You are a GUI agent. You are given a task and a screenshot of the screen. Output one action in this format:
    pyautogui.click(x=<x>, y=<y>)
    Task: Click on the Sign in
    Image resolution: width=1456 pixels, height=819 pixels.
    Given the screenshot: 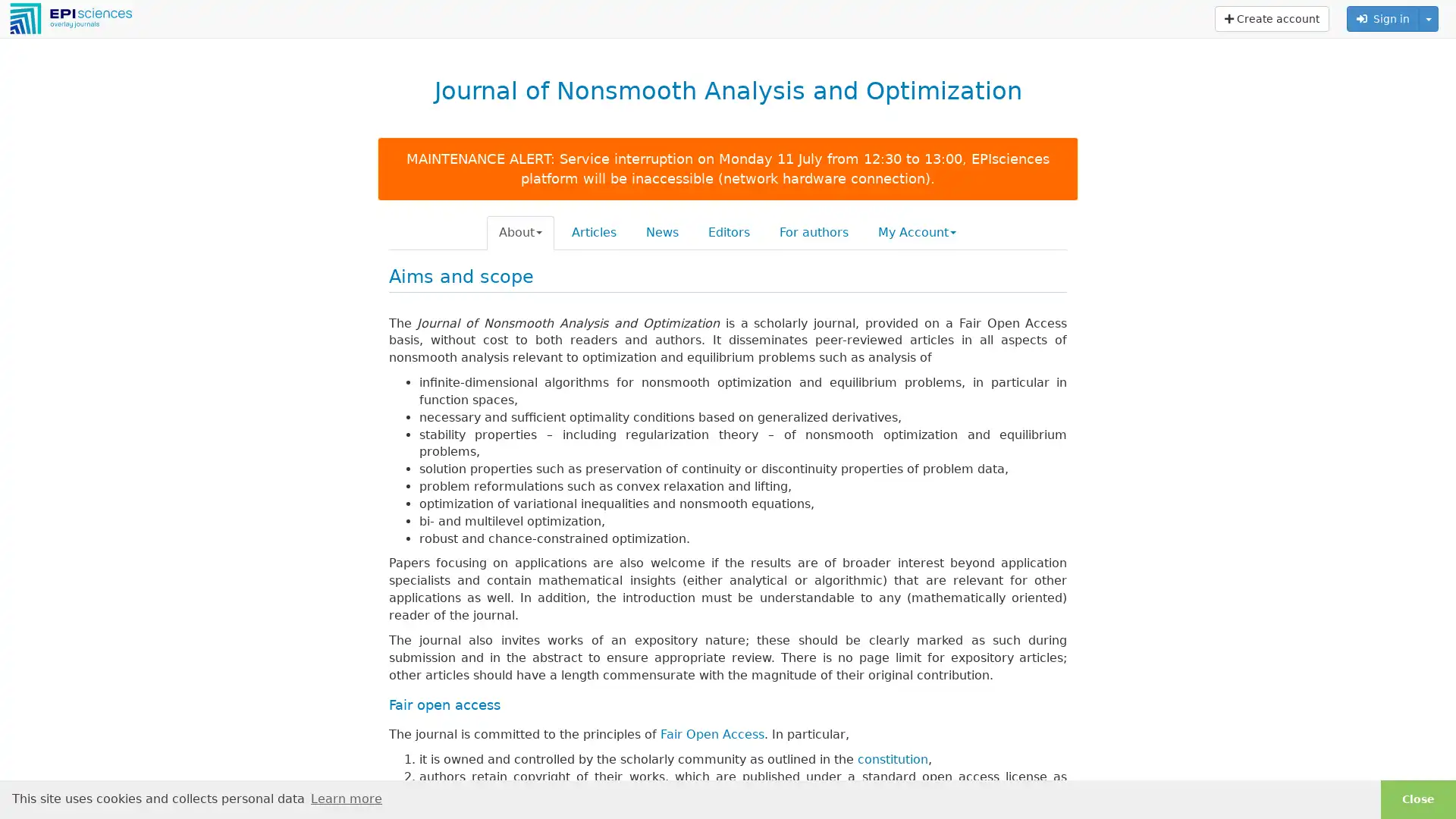 What is the action you would take?
    pyautogui.click(x=1383, y=18)
    